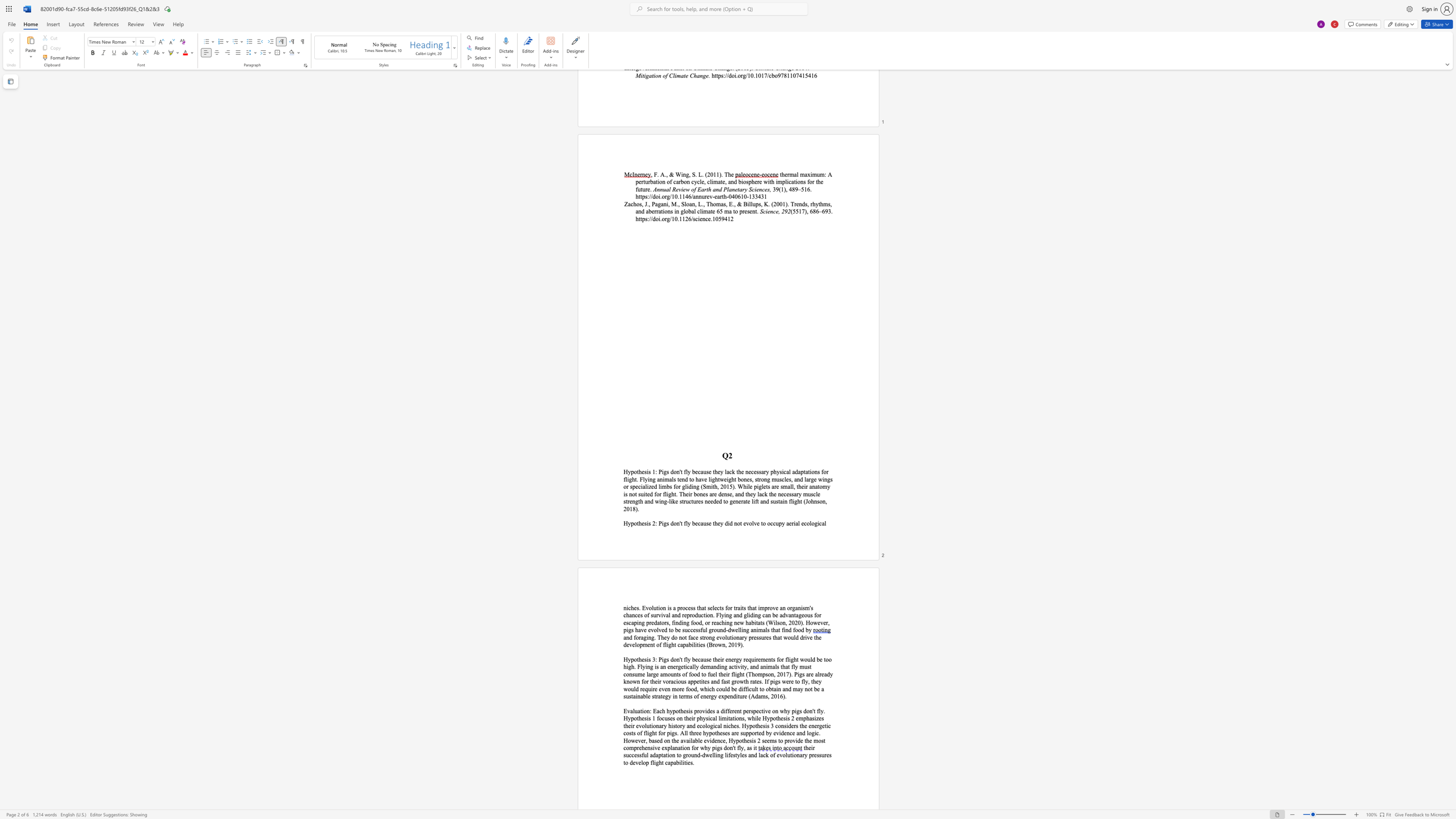 The height and width of the screenshot is (819, 1456). What do you see at coordinates (635, 472) in the screenshot?
I see `the 1th character "o" in the text` at bounding box center [635, 472].